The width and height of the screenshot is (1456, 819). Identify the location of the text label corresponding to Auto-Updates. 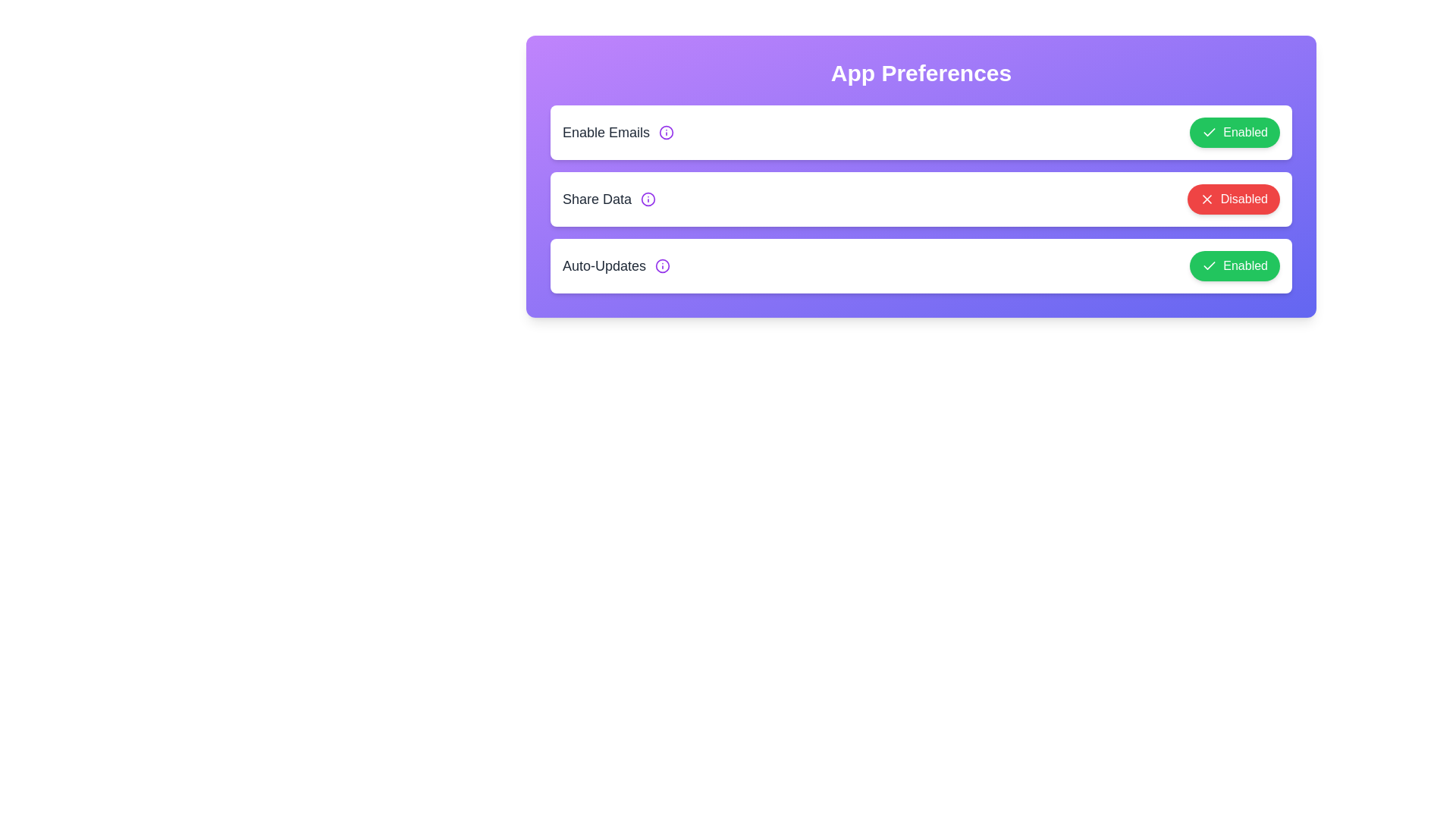
(603, 265).